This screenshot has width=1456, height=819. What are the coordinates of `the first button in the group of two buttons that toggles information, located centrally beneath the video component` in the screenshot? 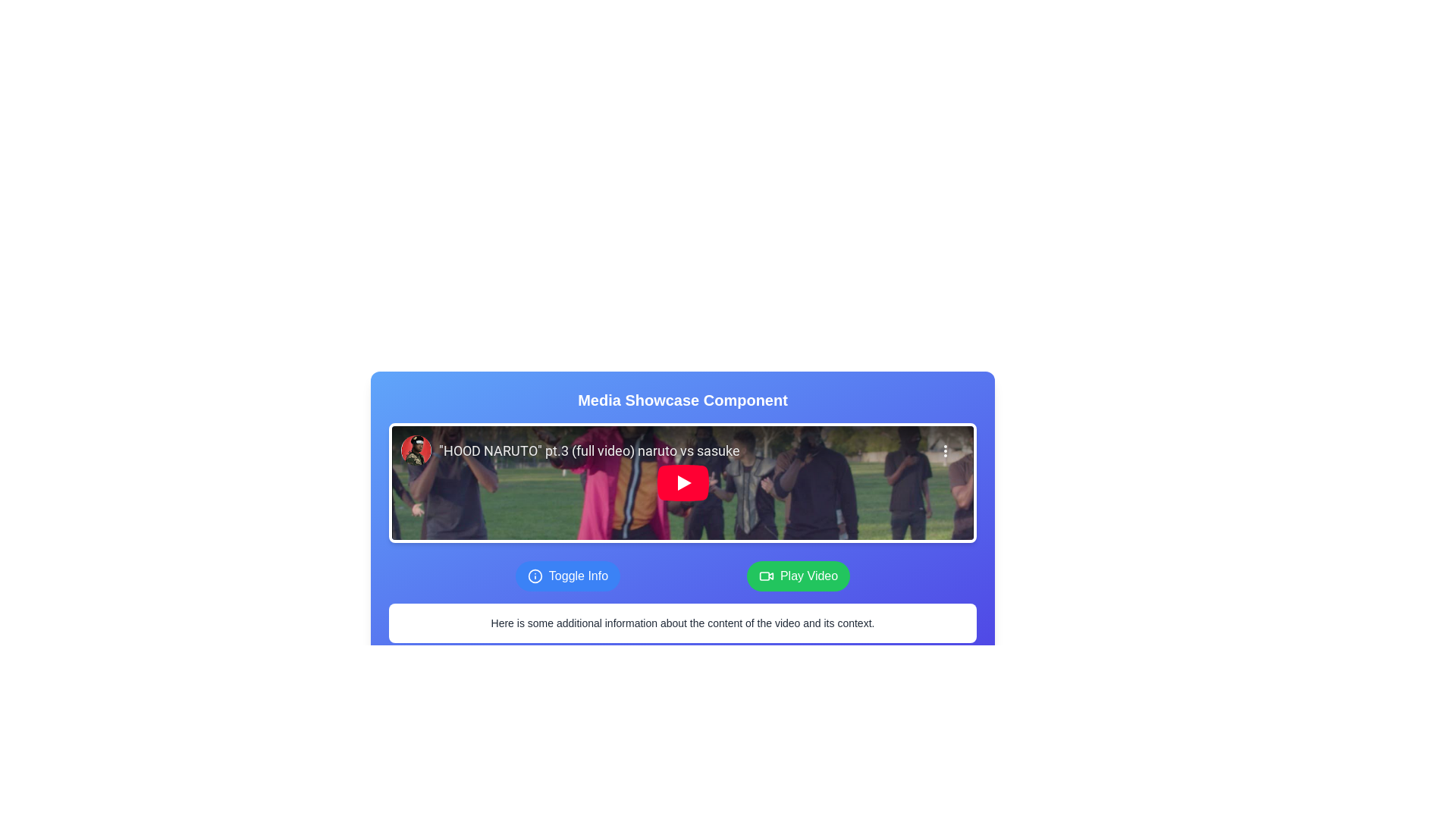 It's located at (682, 576).